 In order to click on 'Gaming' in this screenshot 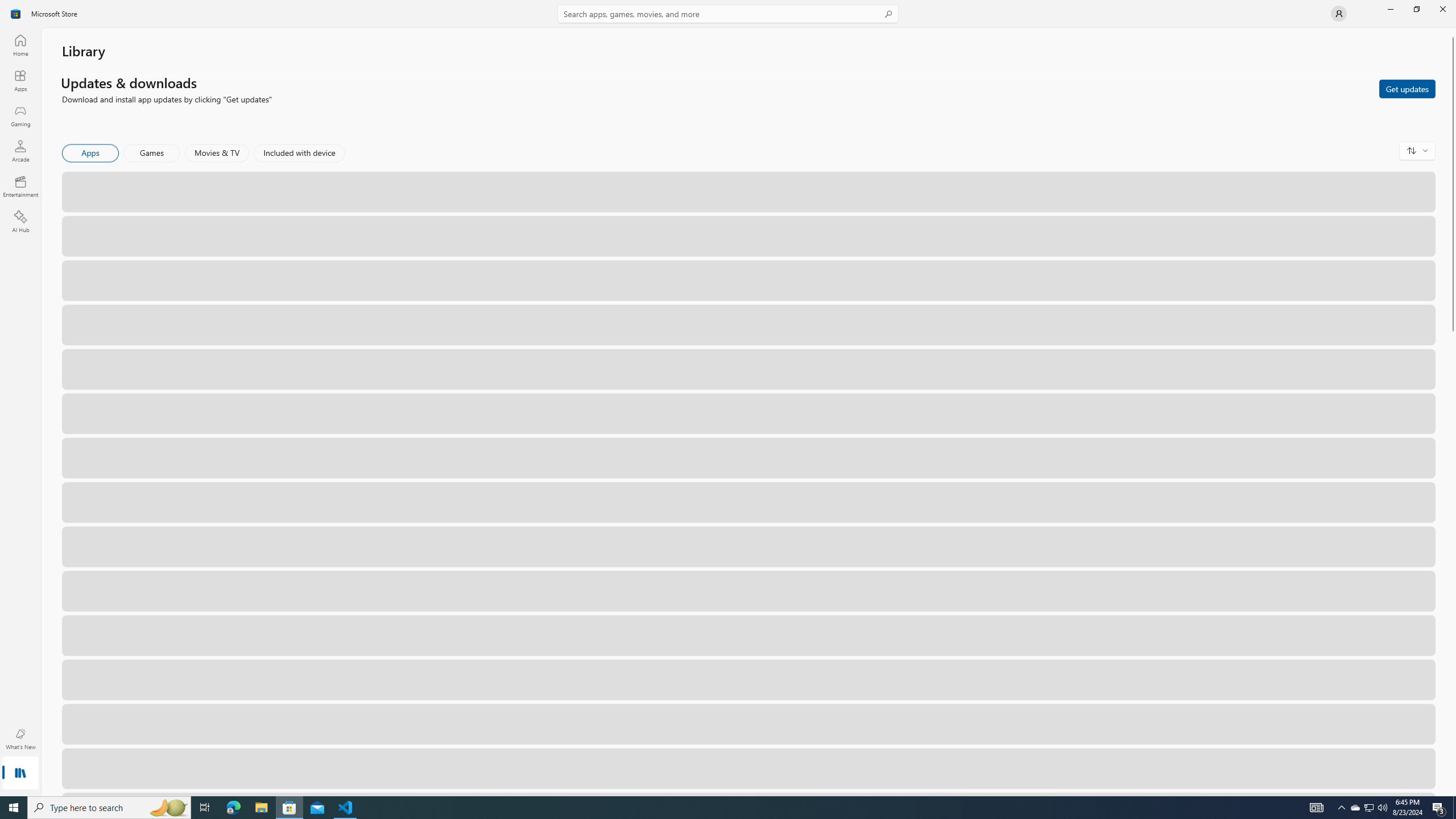, I will do `click(19, 115)`.